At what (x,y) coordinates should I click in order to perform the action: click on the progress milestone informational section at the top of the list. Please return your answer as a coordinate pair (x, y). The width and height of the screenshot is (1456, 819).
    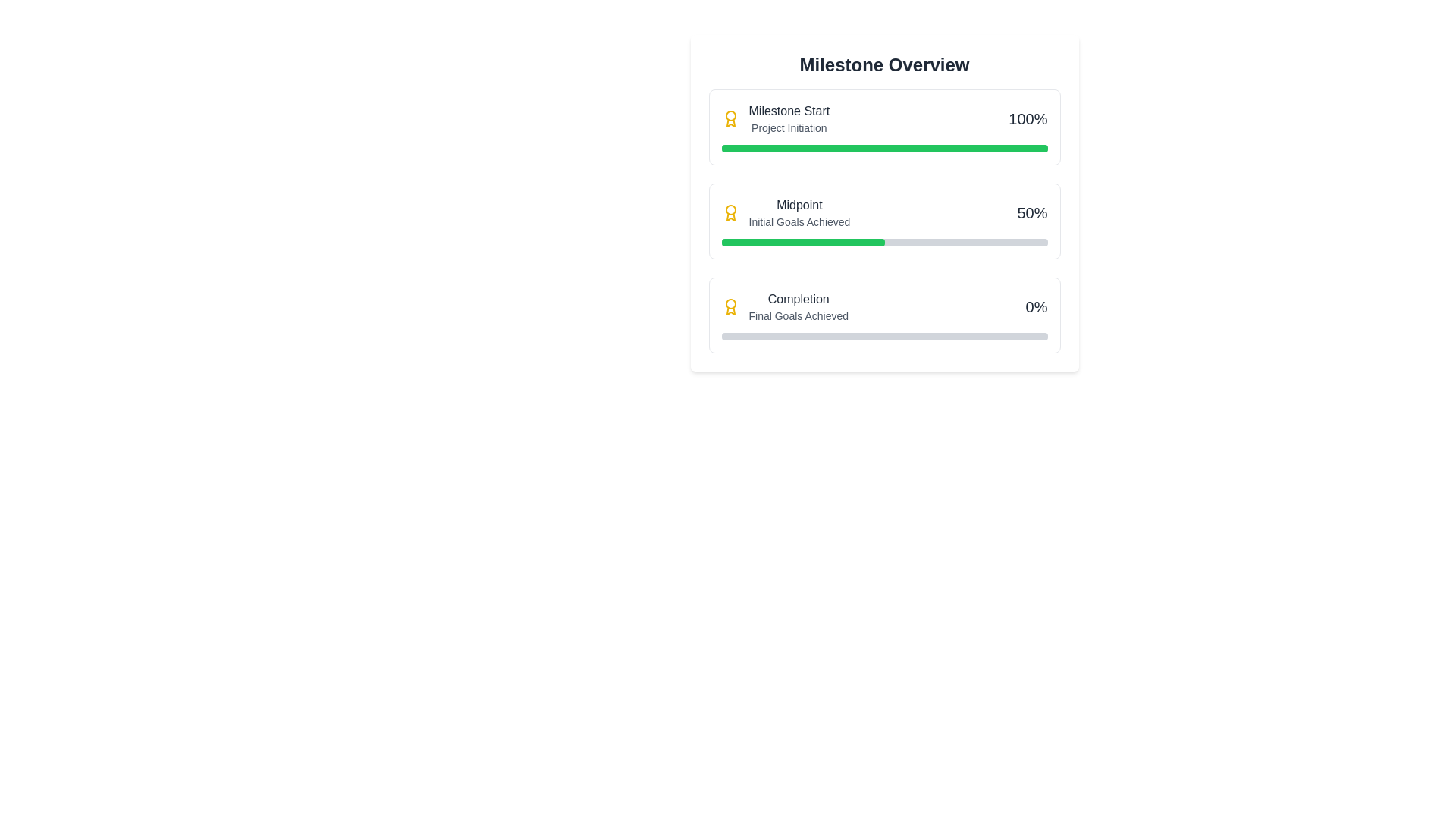
    Looking at the image, I should click on (884, 118).